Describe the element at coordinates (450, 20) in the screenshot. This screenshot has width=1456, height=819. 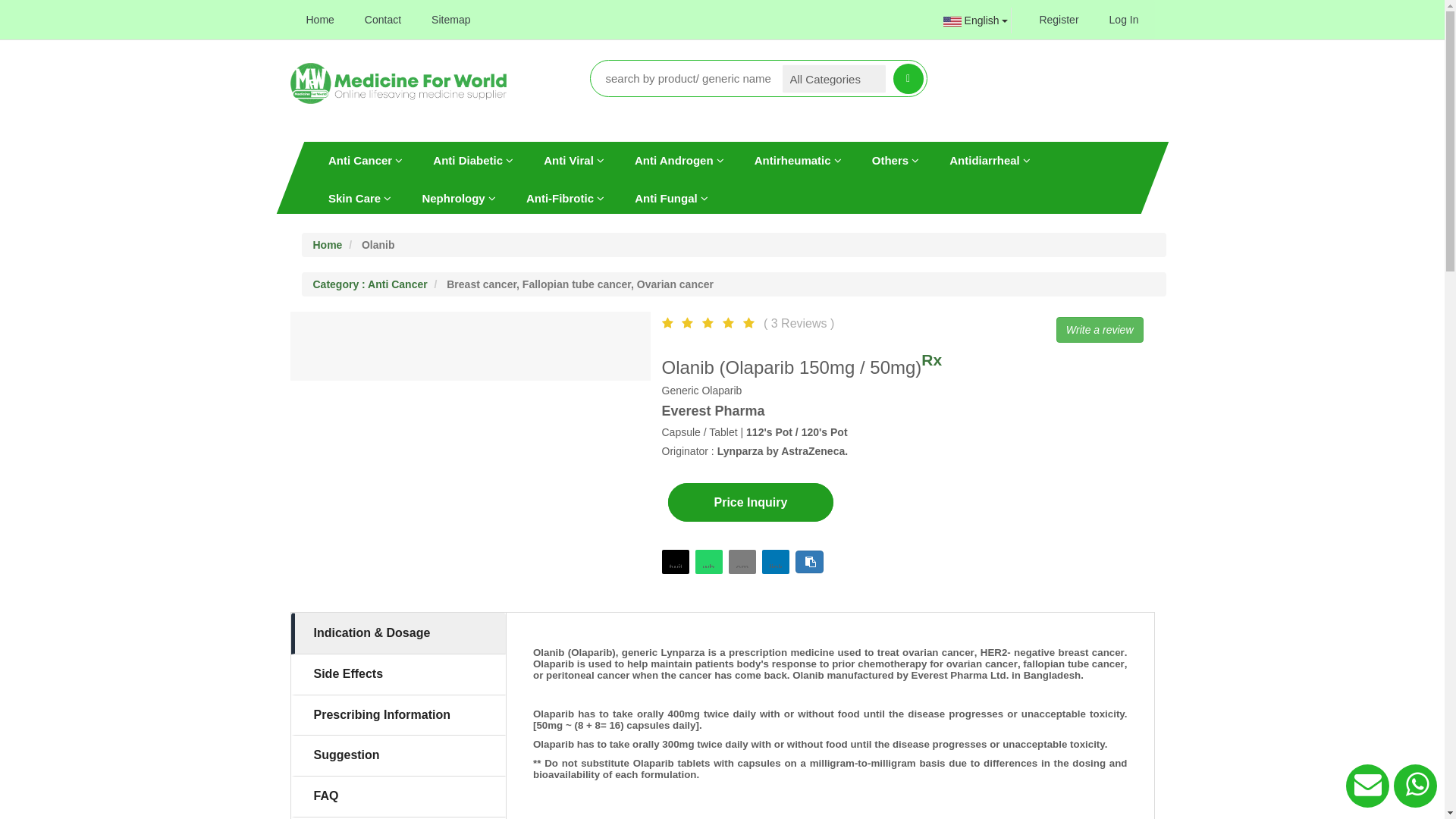
I see `'Sitemap'` at that location.